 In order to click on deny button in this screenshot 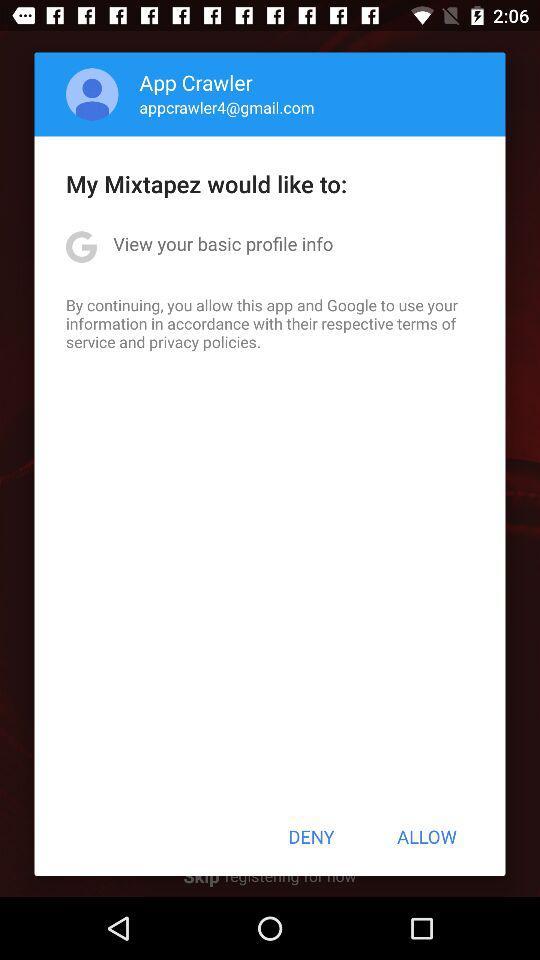, I will do `click(311, 836)`.